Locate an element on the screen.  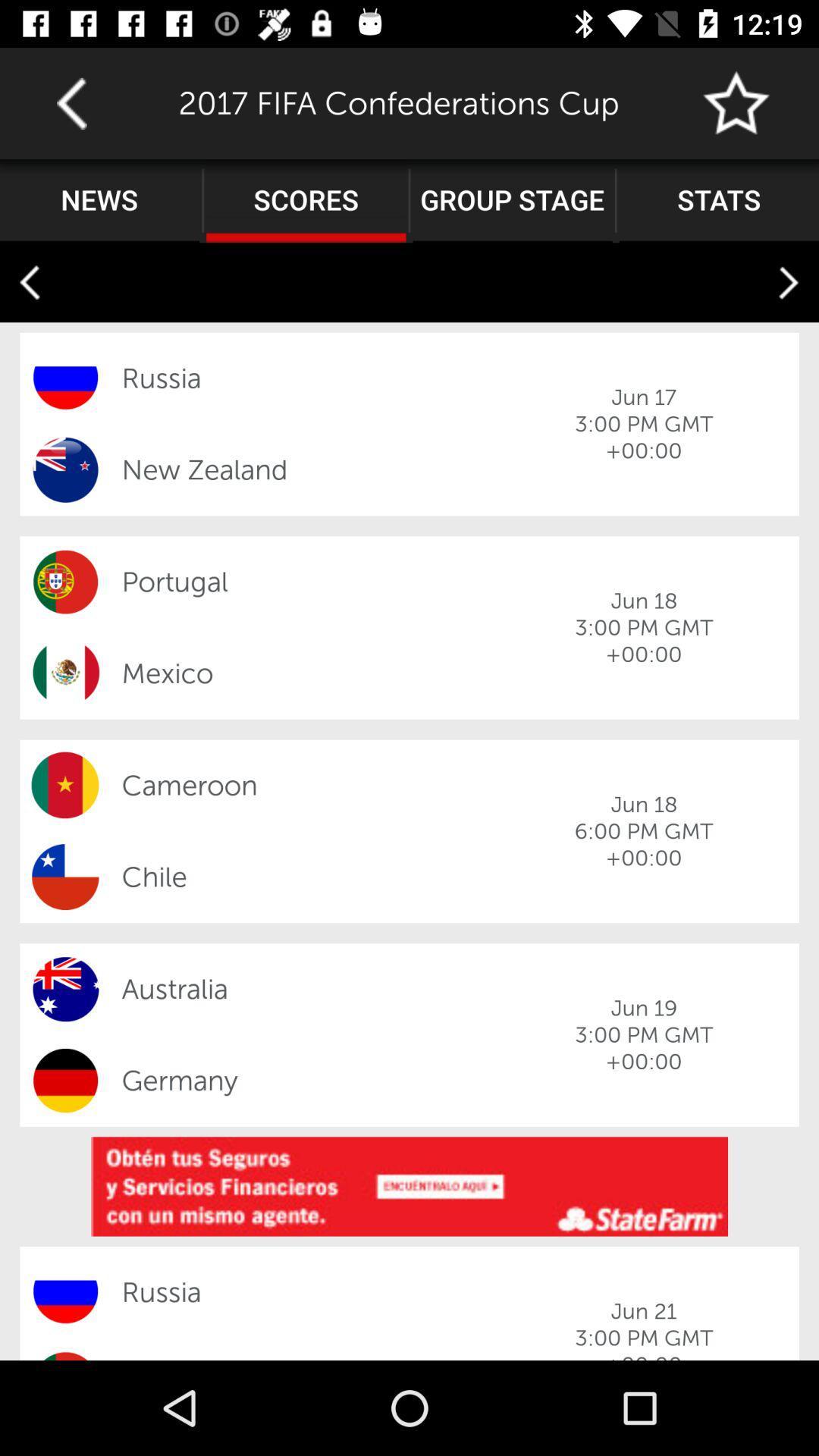
move to the icon beside new zealand is located at coordinates (64, 469).